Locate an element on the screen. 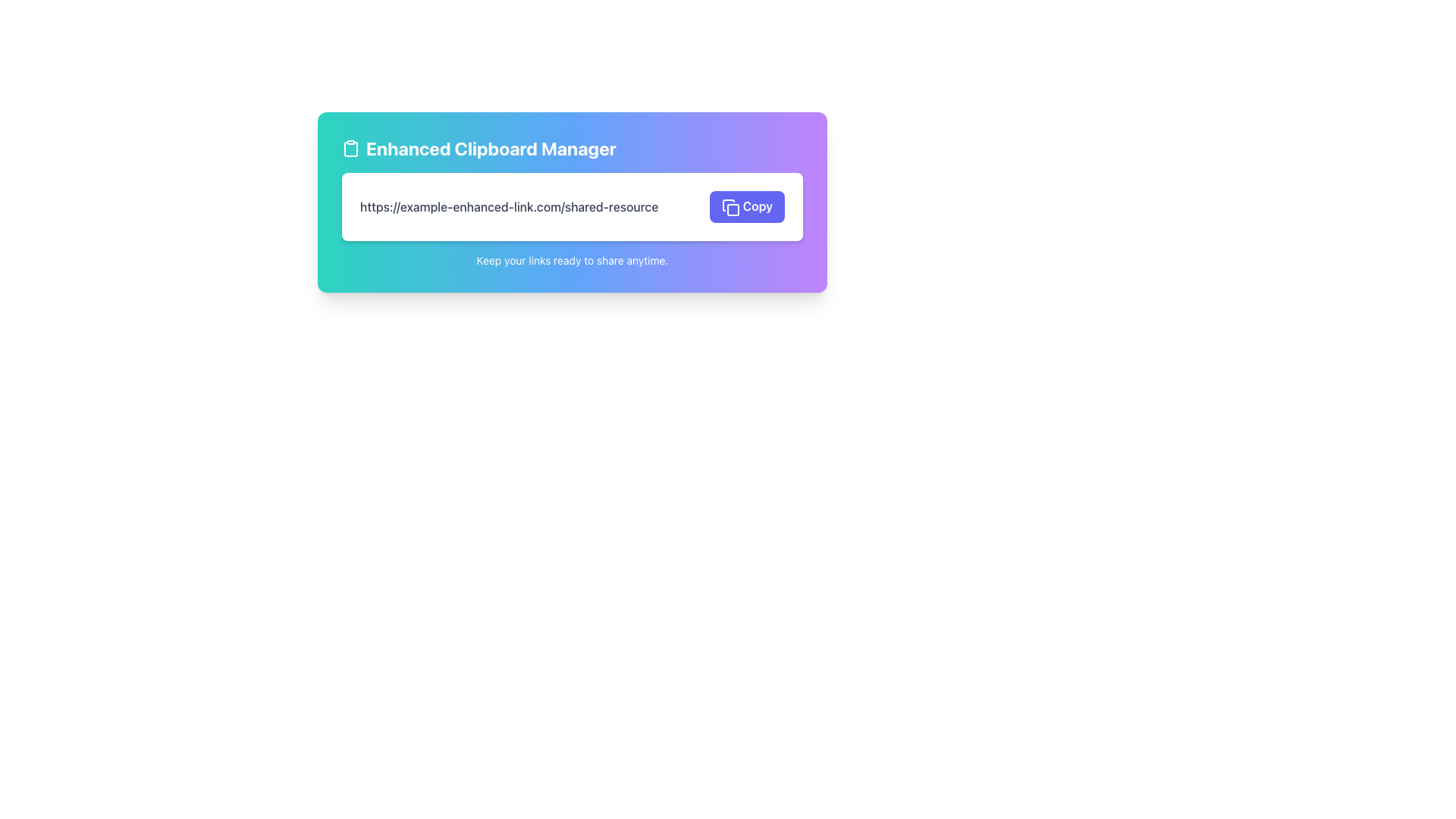  the text label that displays the message 'Keep your links ready to share anytime.' which is located at the bottom of a card with a gradient background is located at coordinates (571, 259).